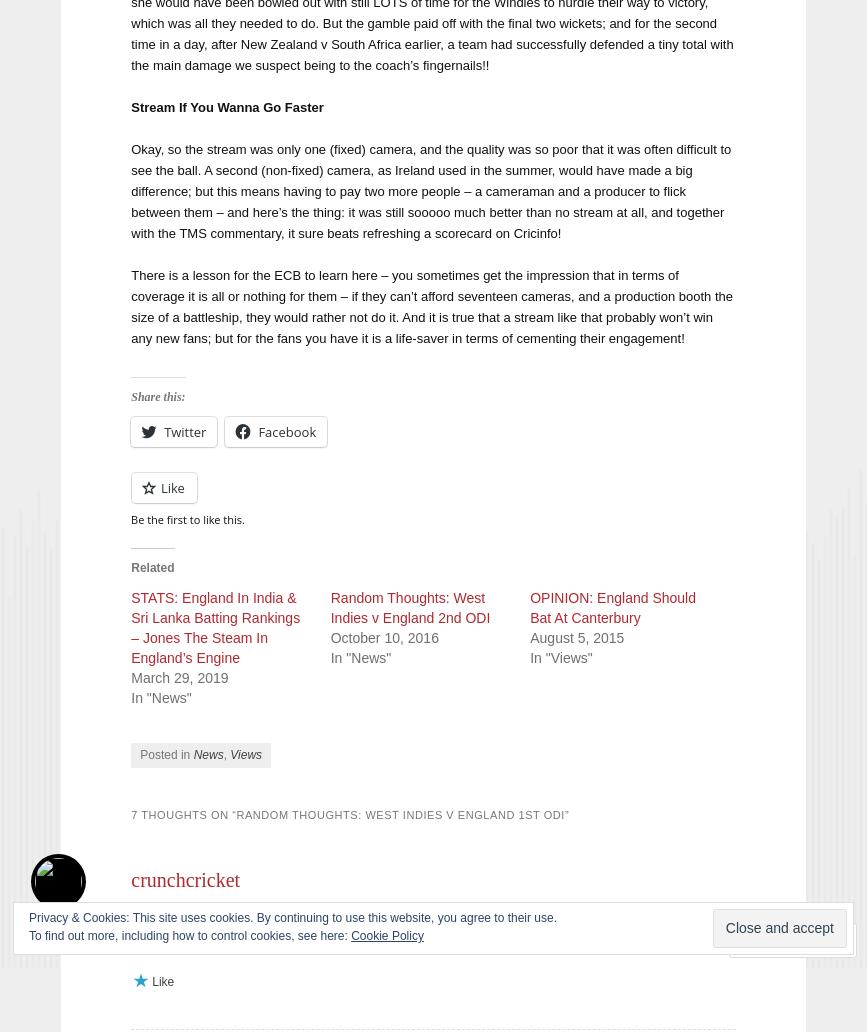 Image resolution: width=867 pixels, height=1032 pixels. Describe the element at coordinates (185, 429) in the screenshot. I see `'Twitter'` at that location.